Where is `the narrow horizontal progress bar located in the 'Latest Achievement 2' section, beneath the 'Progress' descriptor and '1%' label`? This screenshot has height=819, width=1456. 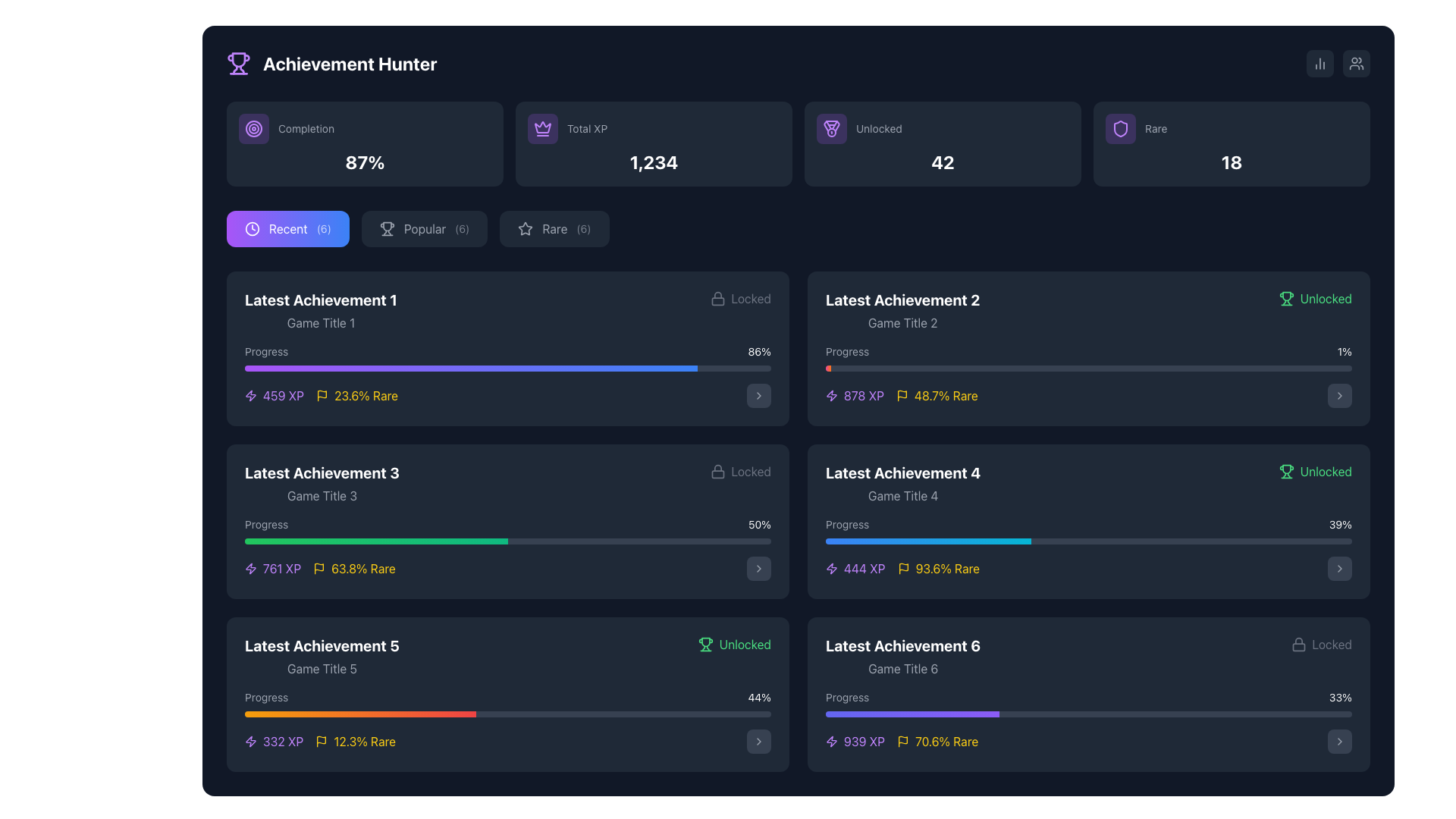
the narrow horizontal progress bar located in the 'Latest Achievement 2' section, beneath the 'Progress' descriptor and '1%' label is located at coordinates (1087, 369).